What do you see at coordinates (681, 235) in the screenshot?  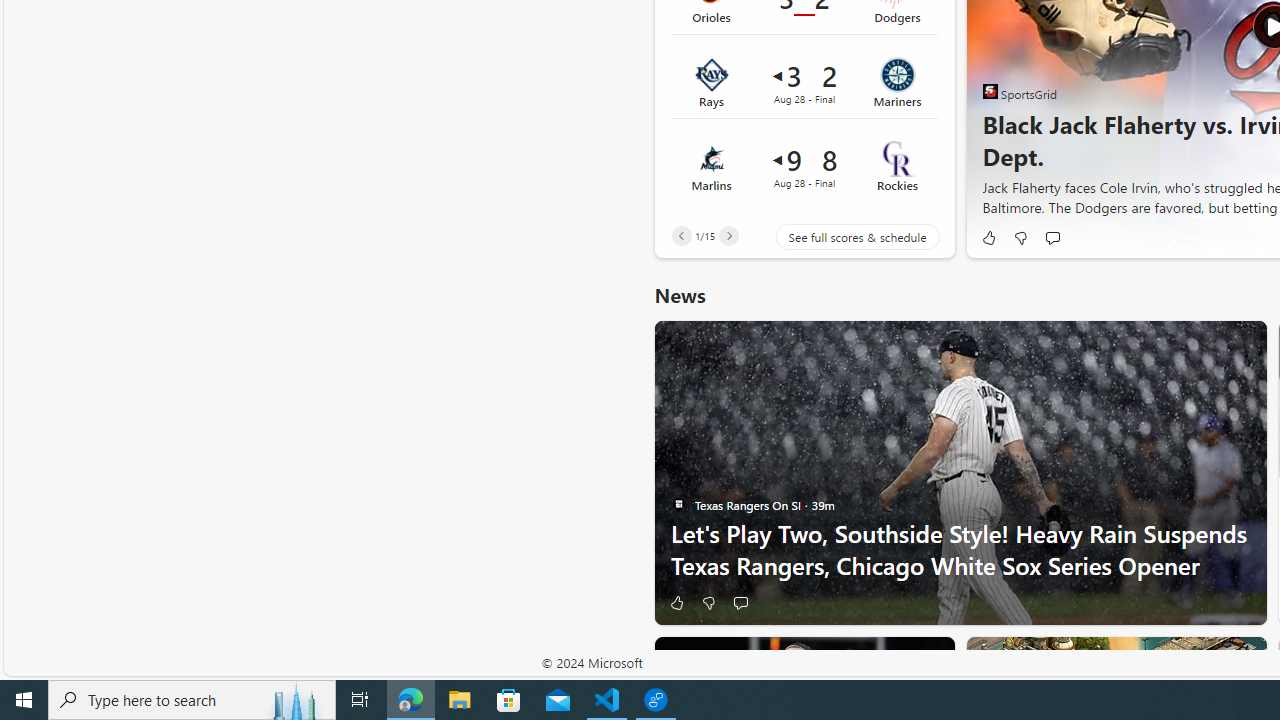 I see `'Previous'` at bounding box center [681, 235].